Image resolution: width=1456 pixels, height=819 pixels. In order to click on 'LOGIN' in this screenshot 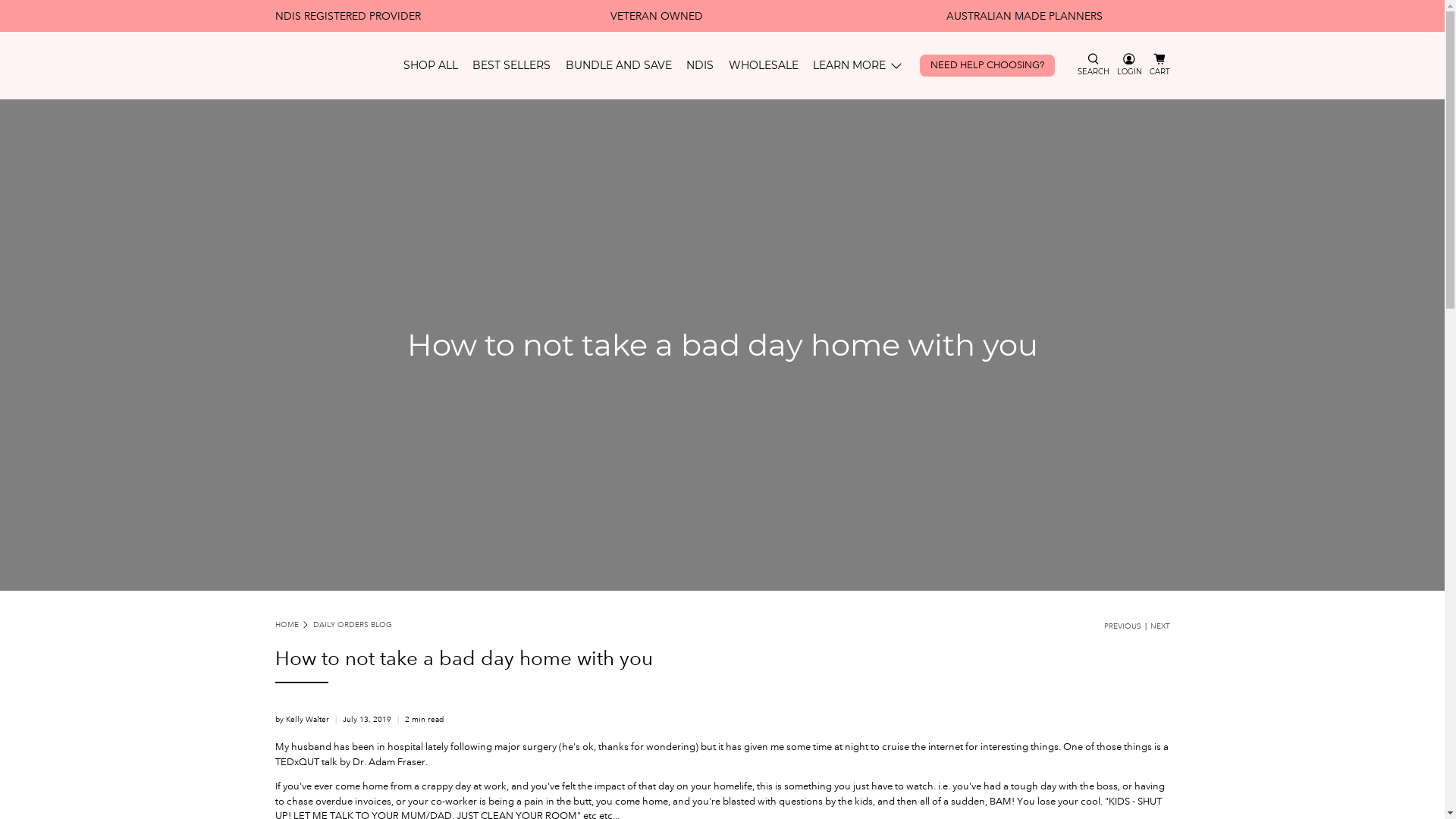, I will do `click(1129, 64)`.